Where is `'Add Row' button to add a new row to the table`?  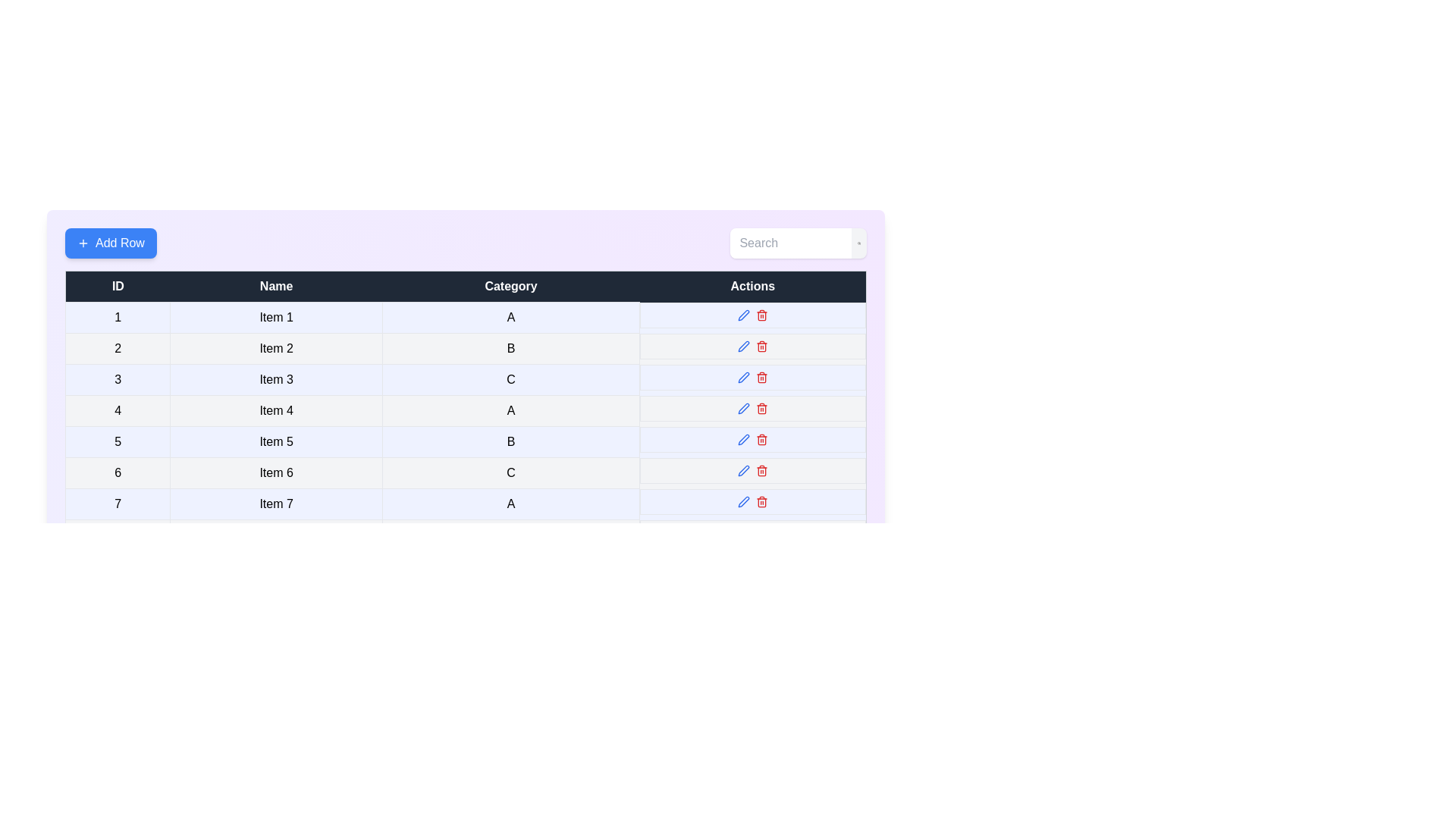
'Add Row' button to add a new row to the table is located at coordinates (109, 242).